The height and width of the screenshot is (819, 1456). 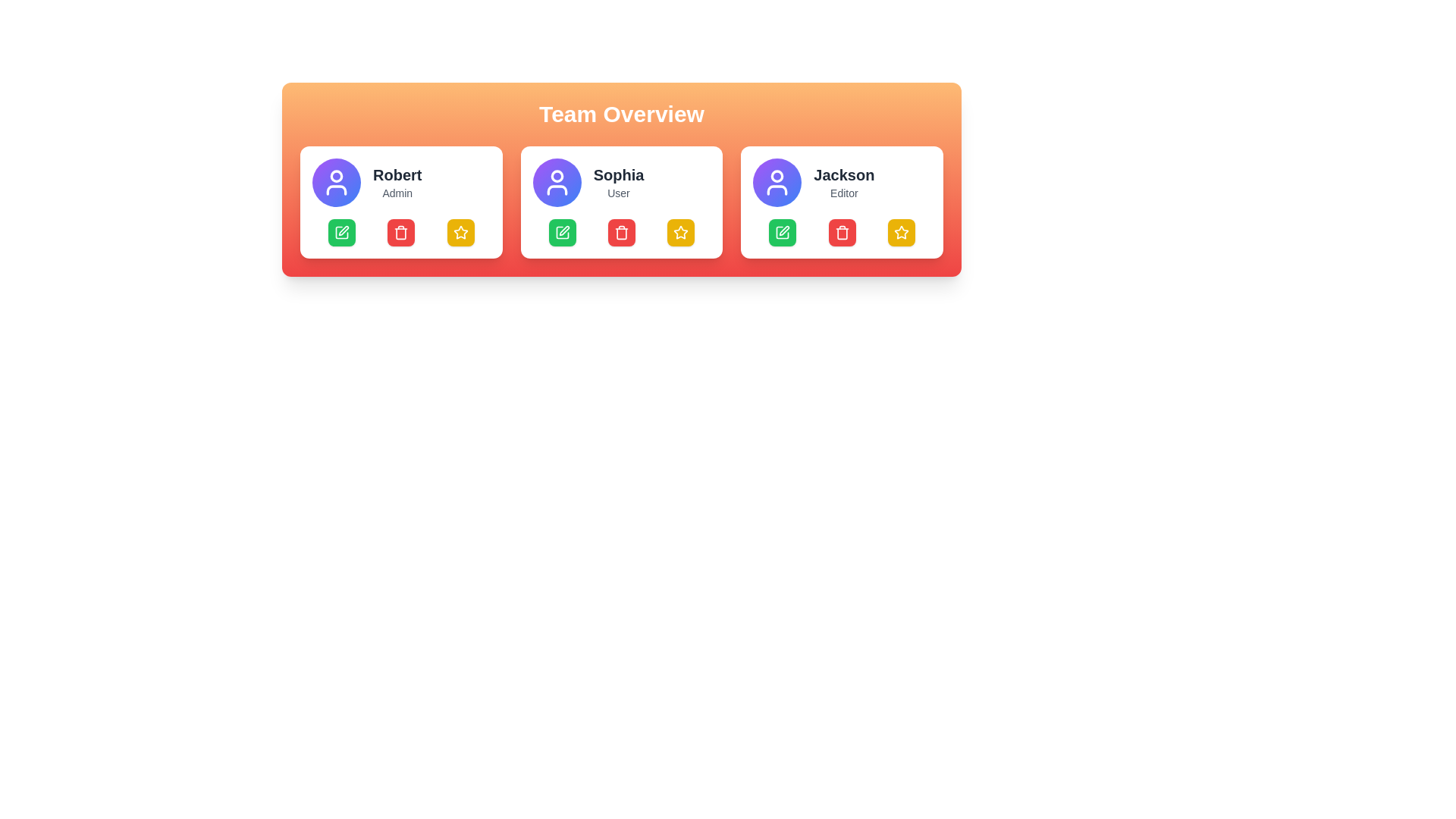 What do you see at coordinates (679, 231) in the screenshot?
I see `the gold star-shaped icon located at the bottom-right corner of the 'Sophia' user card in the 'Team Overview' section to mark the user as a favorite` at bounding box center [679, 231].